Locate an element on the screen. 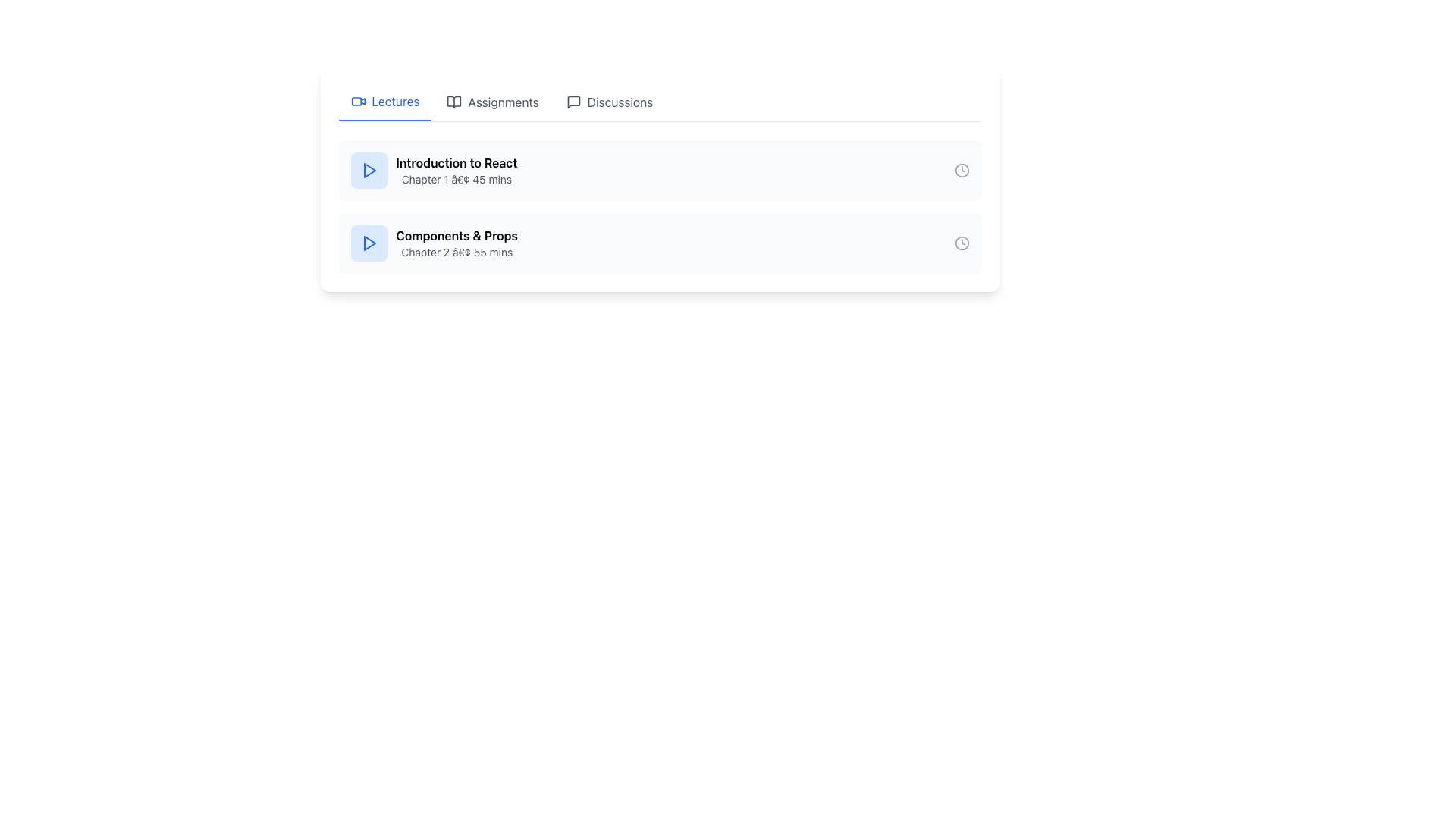 This screenshot has width=1456, height=819. the 'Discussions' button, which is a rectangular button with a speech bubble icon and gray font, located in the horizontal navigation bar as the third item is located at coordinates (609, 102).